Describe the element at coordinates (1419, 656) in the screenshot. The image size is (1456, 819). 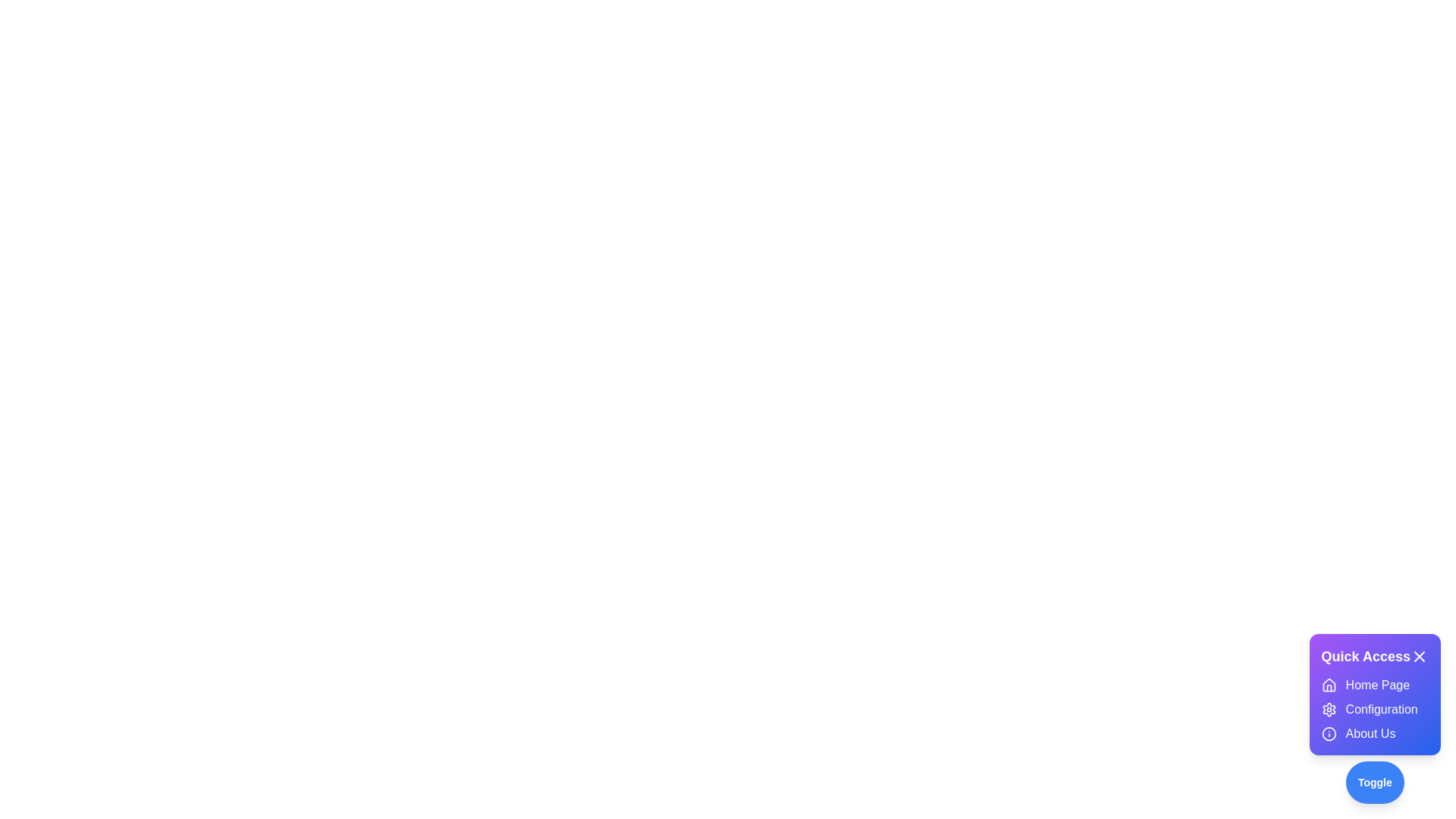
I see `the close button located at the top-right corner of the 'Quick Access' panel` at that location.